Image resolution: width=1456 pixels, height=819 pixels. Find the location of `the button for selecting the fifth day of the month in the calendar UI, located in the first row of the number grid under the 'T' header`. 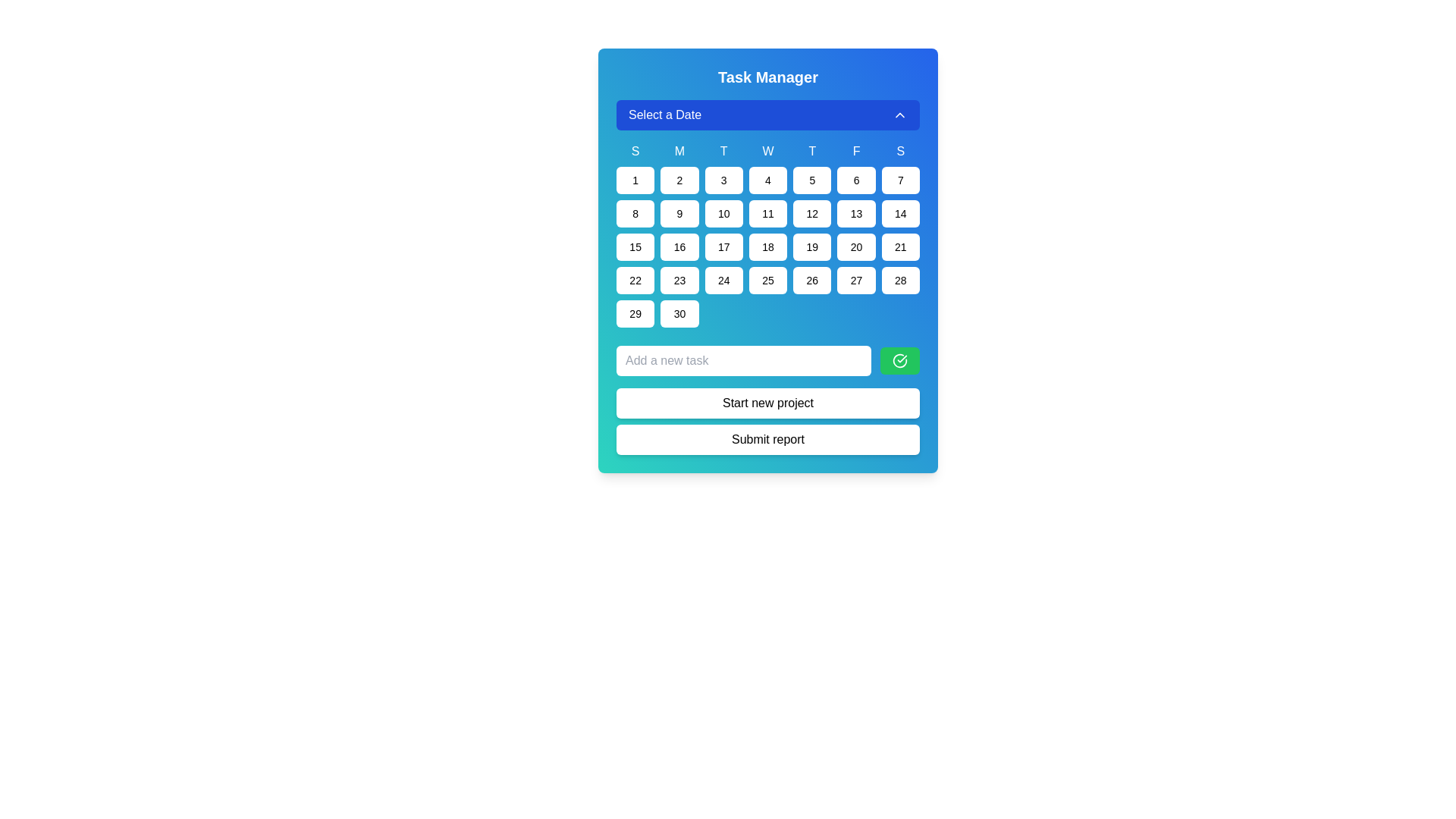

the button for selecting the fifth day of the month in the calendar UI, located in the first row of the number grid under the 'T' header is located at coordinates (811, 180).